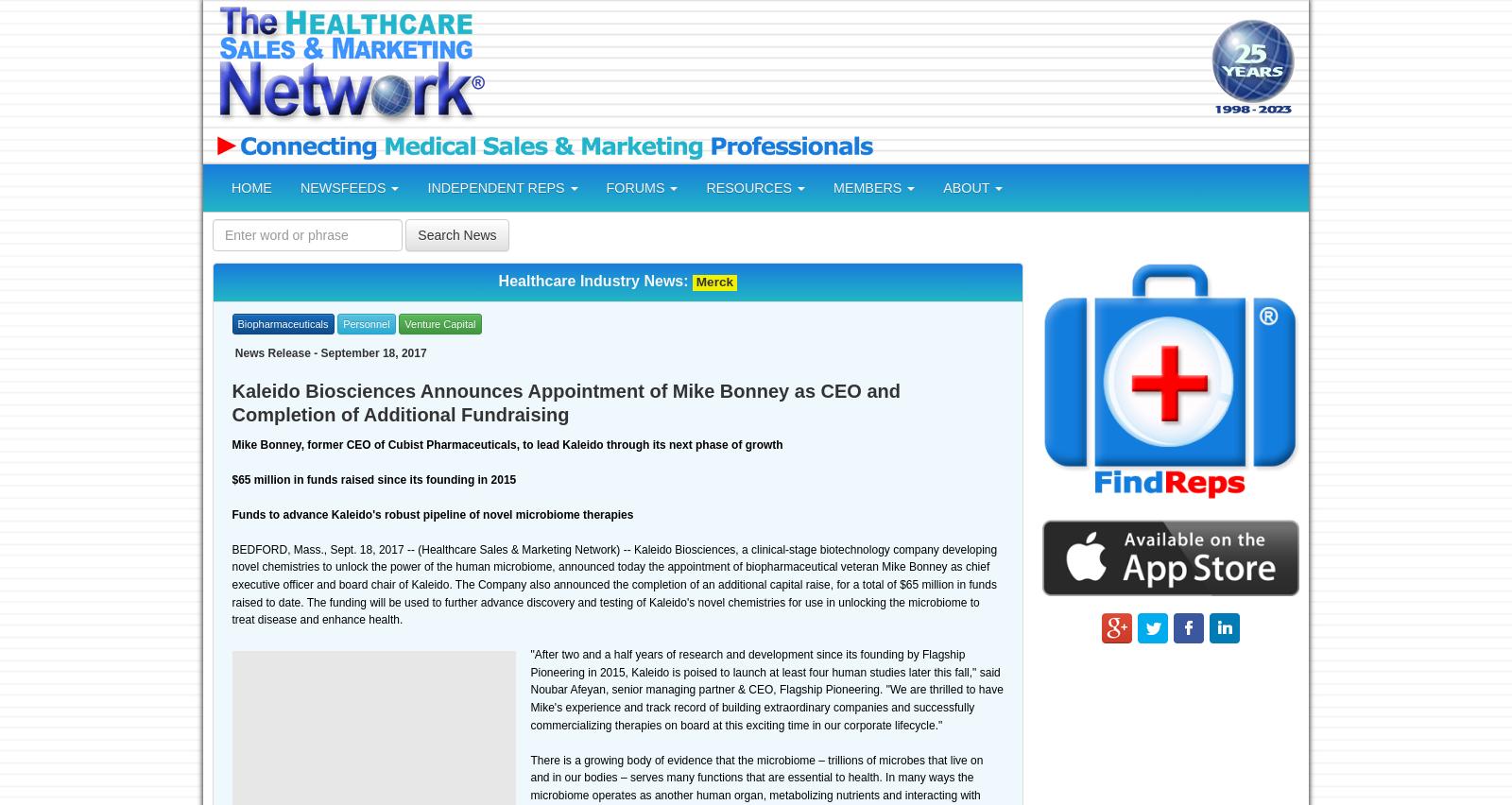 This screenshot has width=1512, height=805. I want to click on 'ABOUT', so click(968, 188).